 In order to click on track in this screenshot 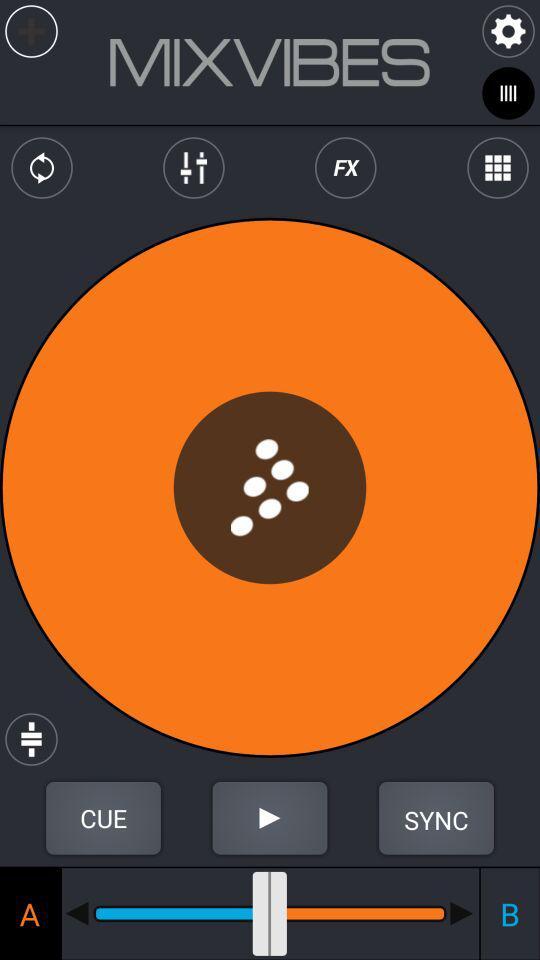, I will do `click(30, 30)`.